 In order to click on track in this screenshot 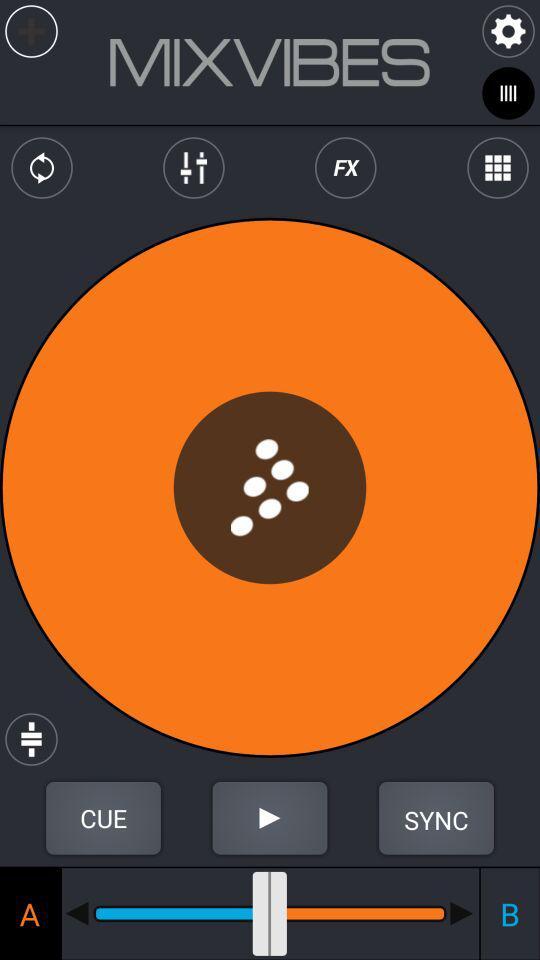, I will do `click(30, 30)`.